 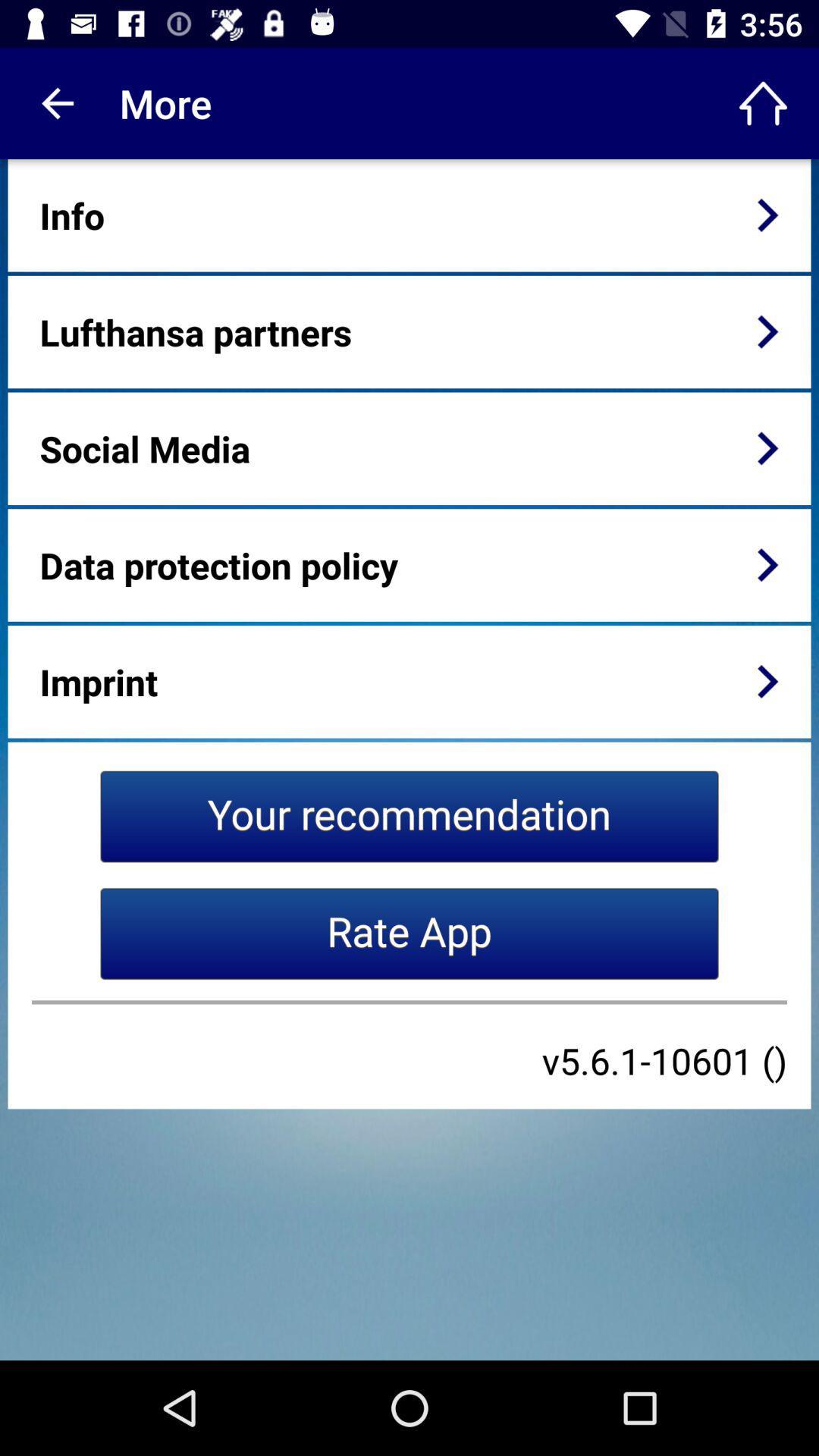 I want to click on the data protection policy icon, so click(x=218, y=564).